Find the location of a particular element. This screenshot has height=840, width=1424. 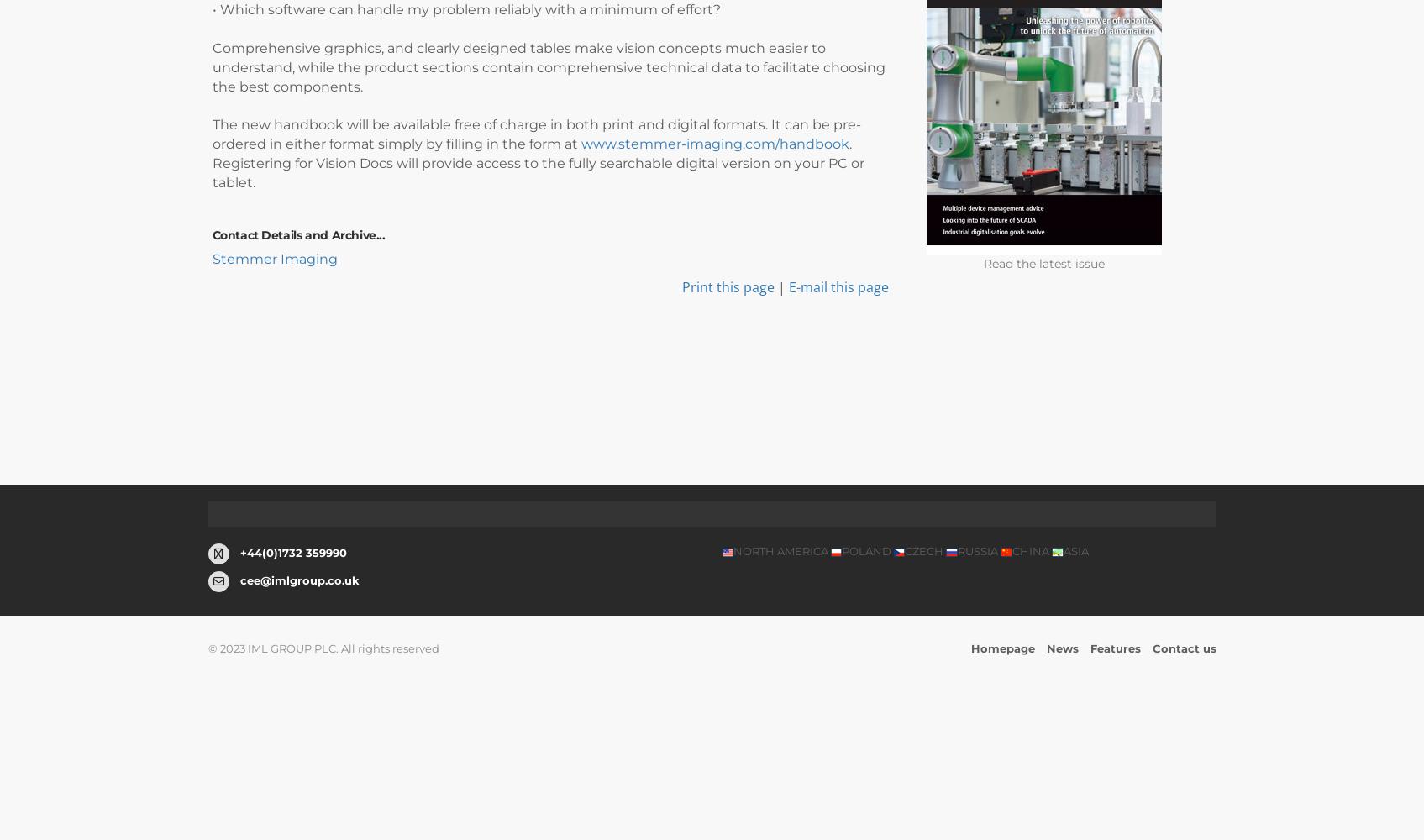

'Features' is located at coordinates (1115, 648).